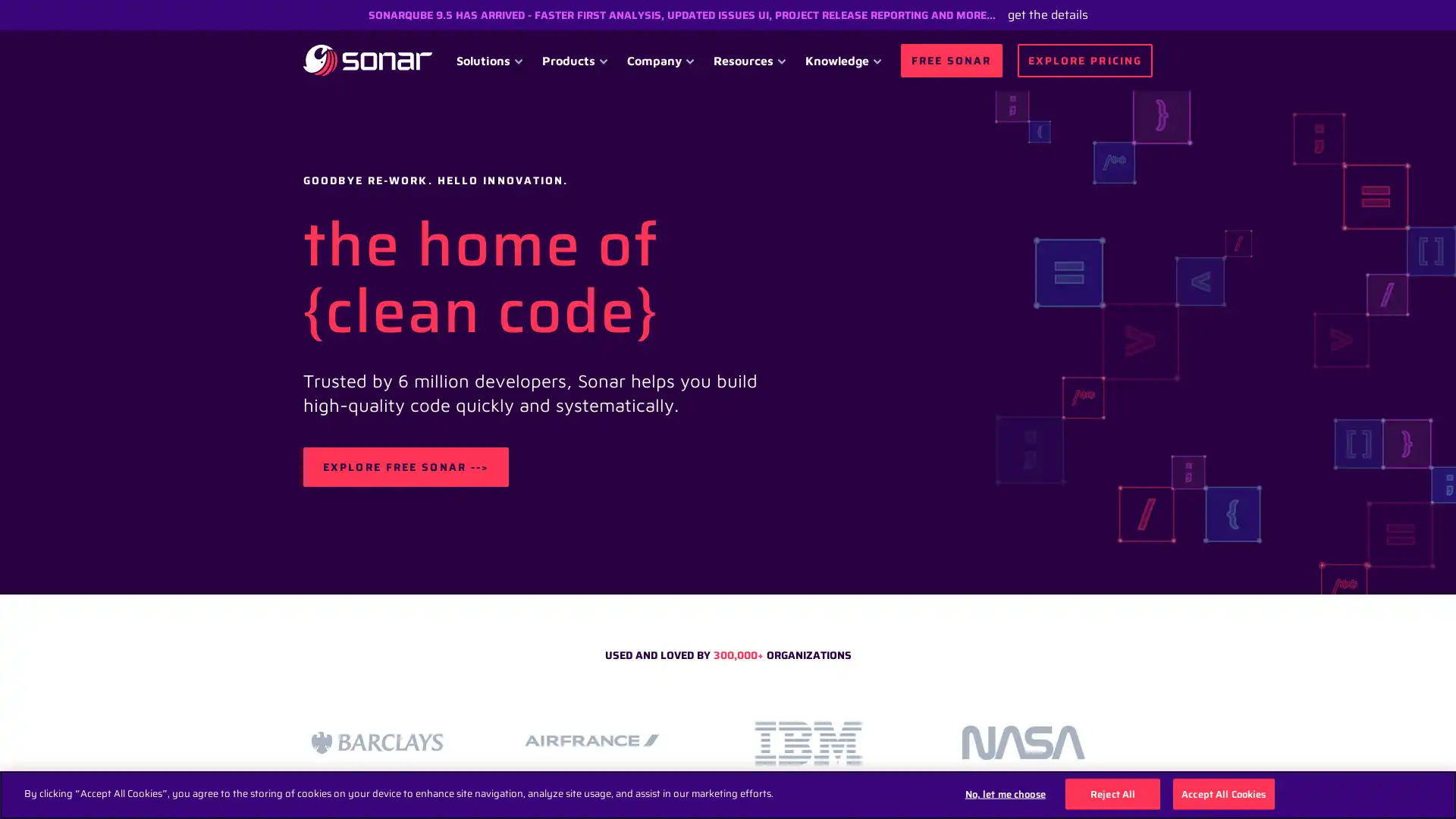 The height and width of the screenshot is (819, 1456). What do you see at coordinates (758, 60) in the screenshot?
I see `Resources` at bounding box center [758, 60].